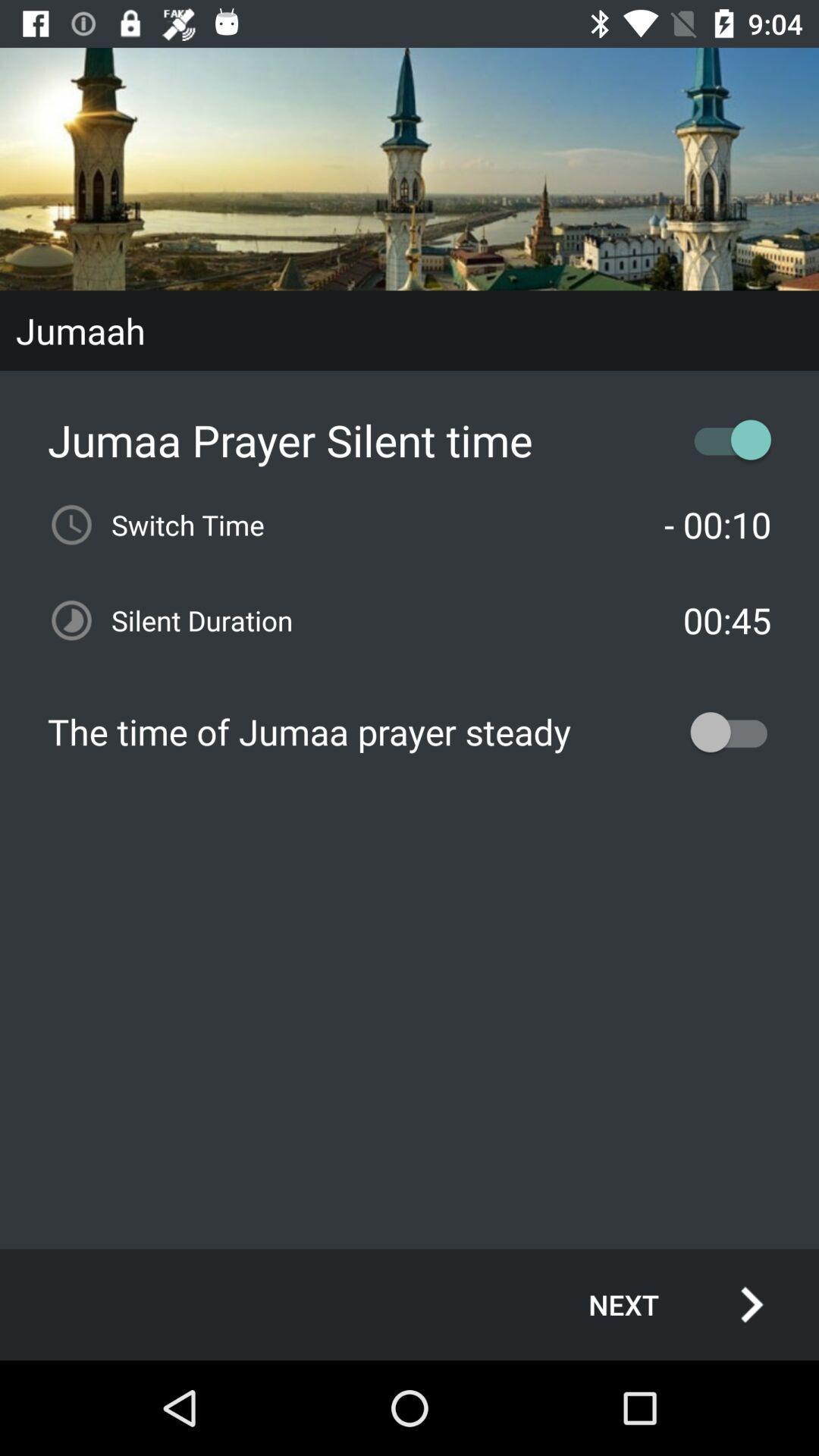 Image resolution: width=819 pixels, height=1456 pixels. Describe the element at coordinates (659, 1304) in the screenshot. I see `the icon below the the time of icon` at that location.